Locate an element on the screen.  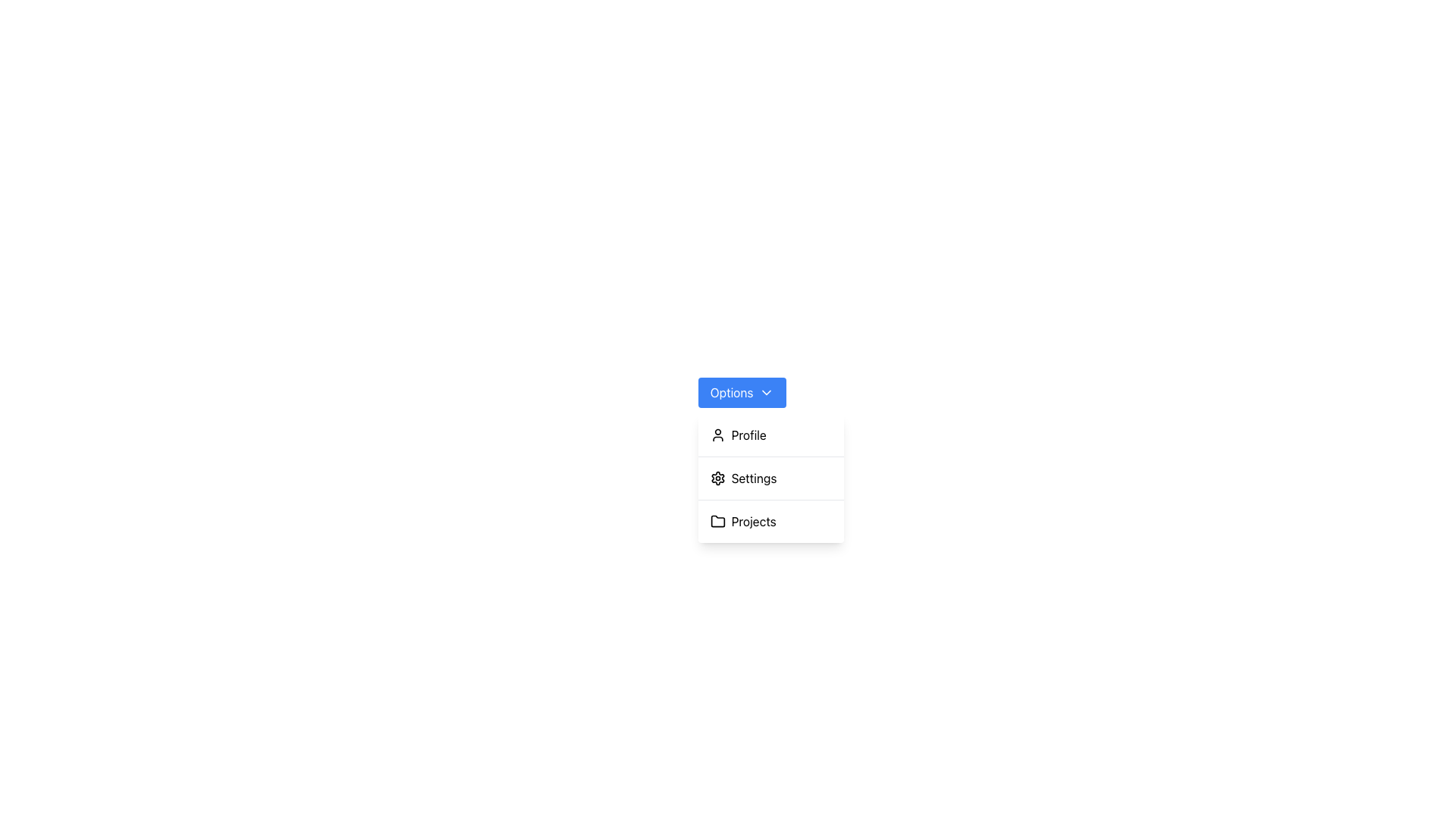
the hyperlink that serves as a navigation link to the settings page, which is the second item in a vertical list located below the 'Profile' option and above the 'Projects' option is located at coordinates (770, 479).